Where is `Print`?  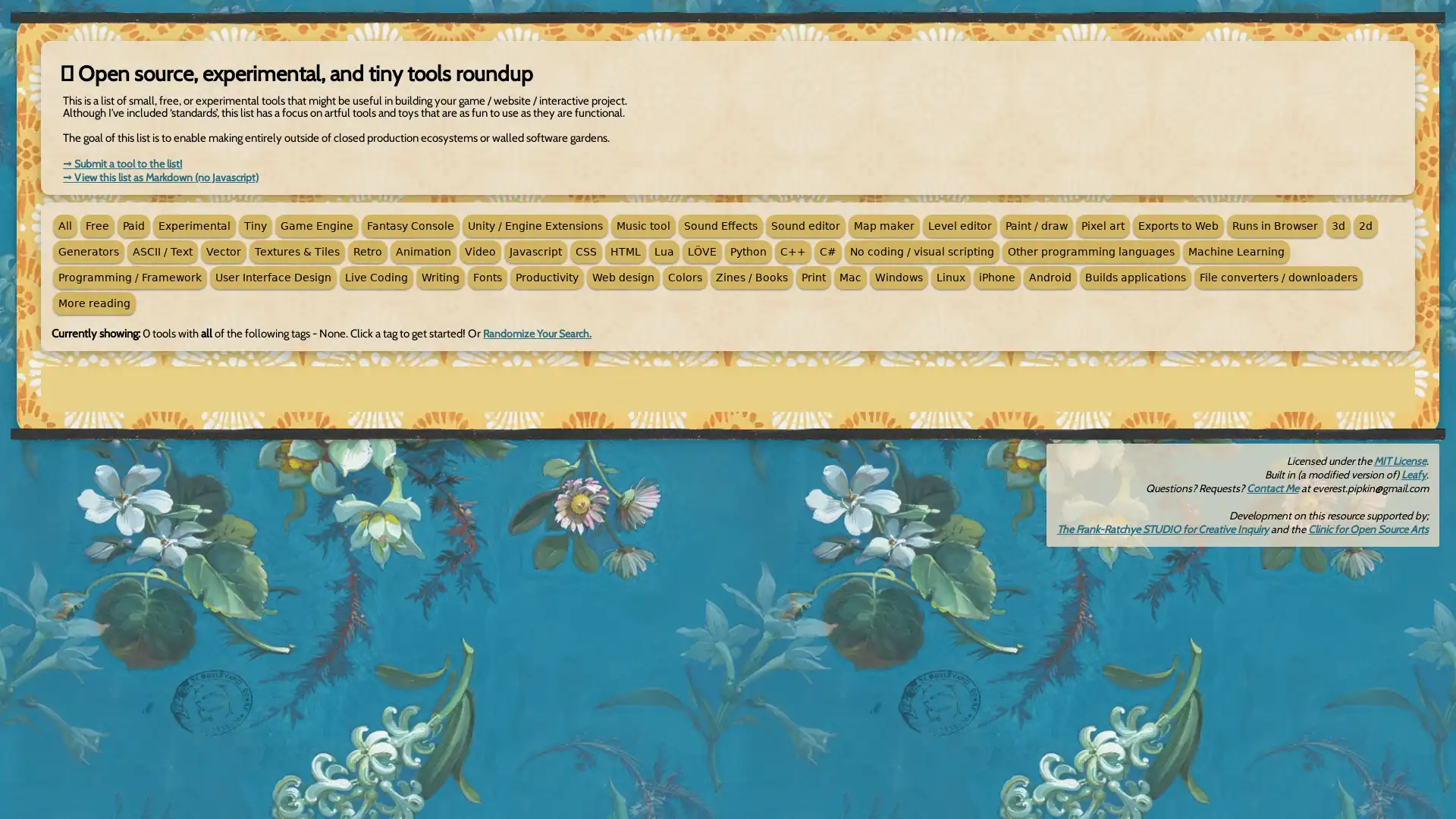
Print is located at coordinates (813, 278).